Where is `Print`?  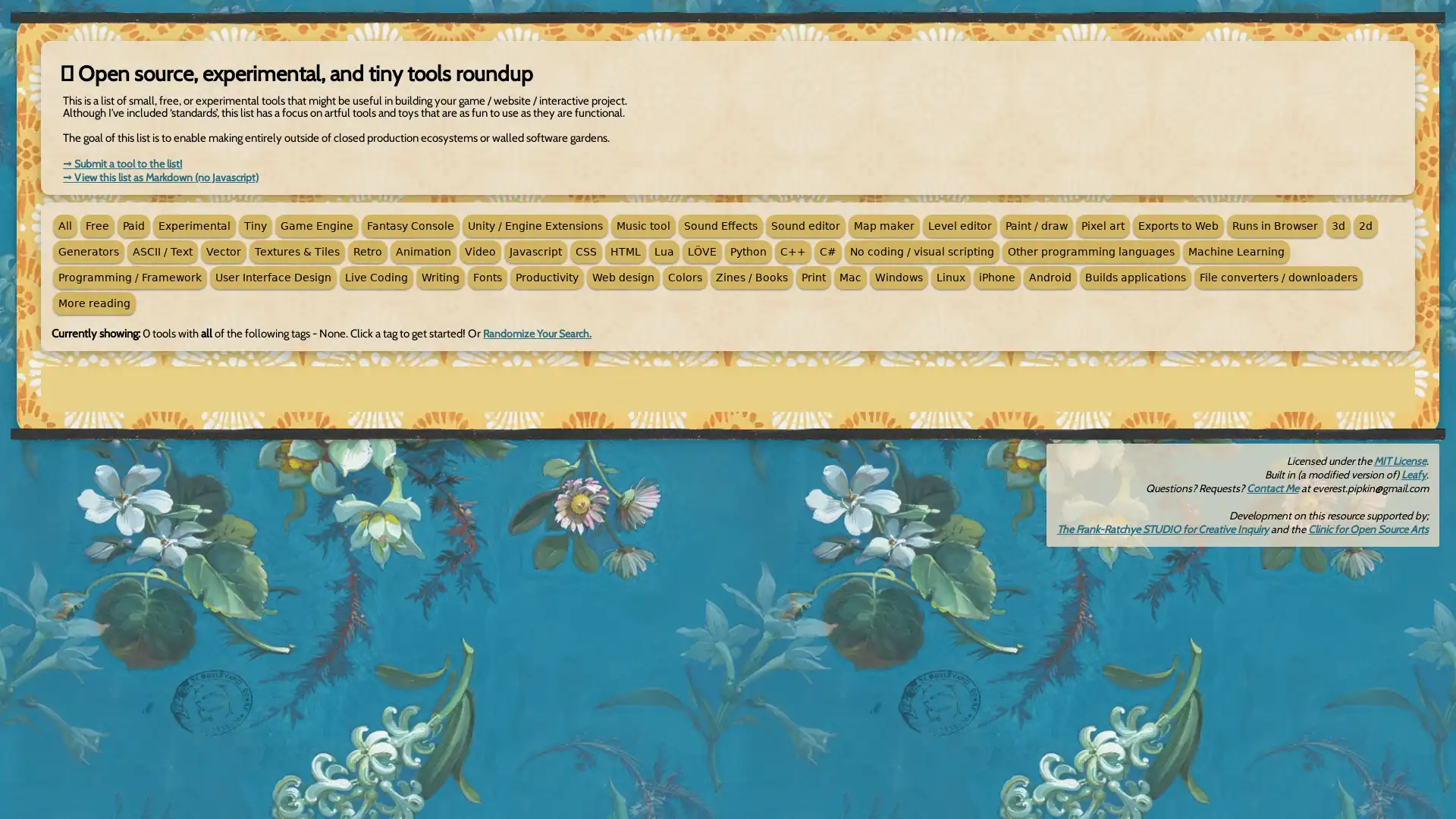
Print is located at coordinates (813, 278).